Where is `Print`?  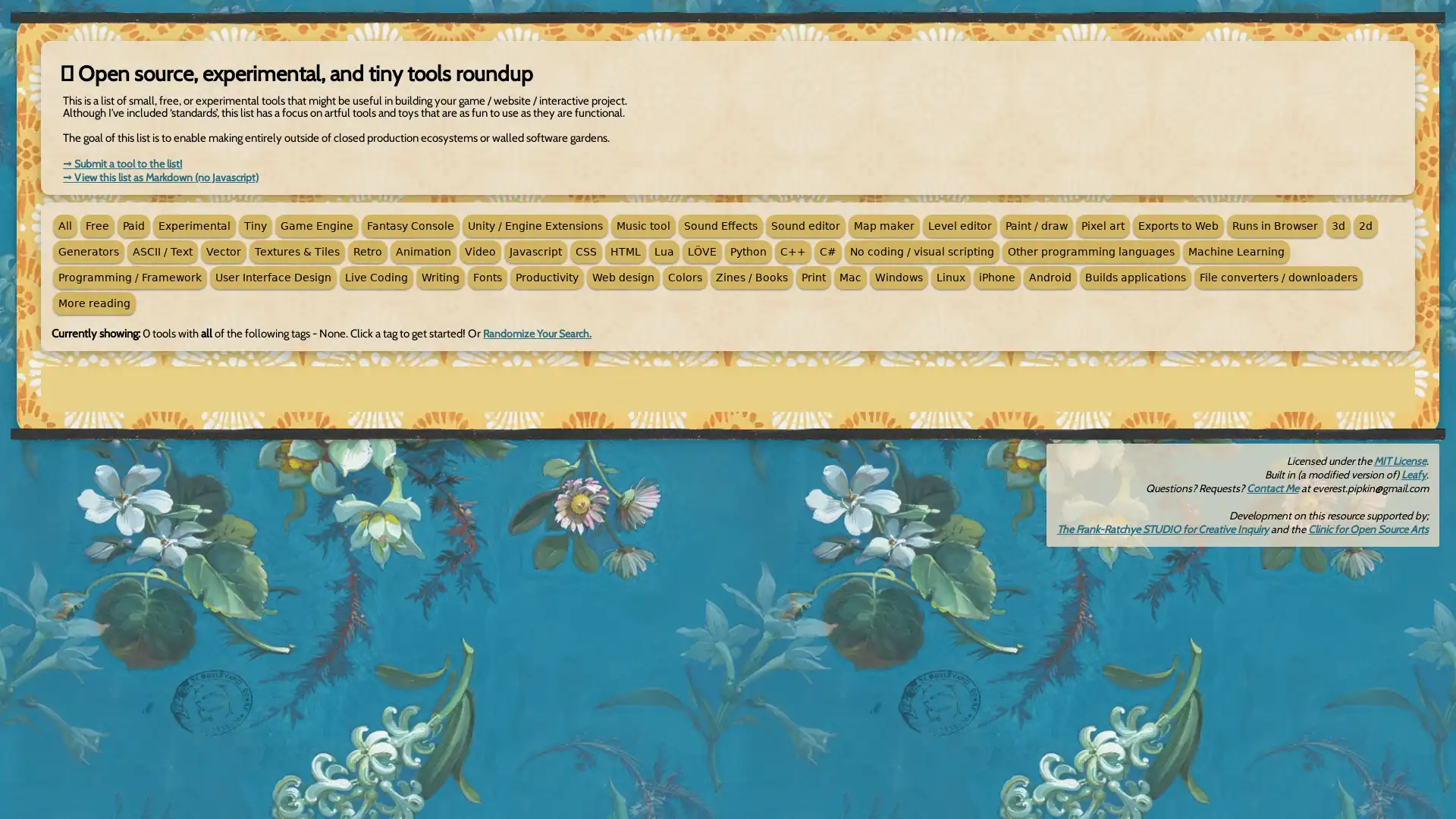
Print is located at coordinates (813, 278).